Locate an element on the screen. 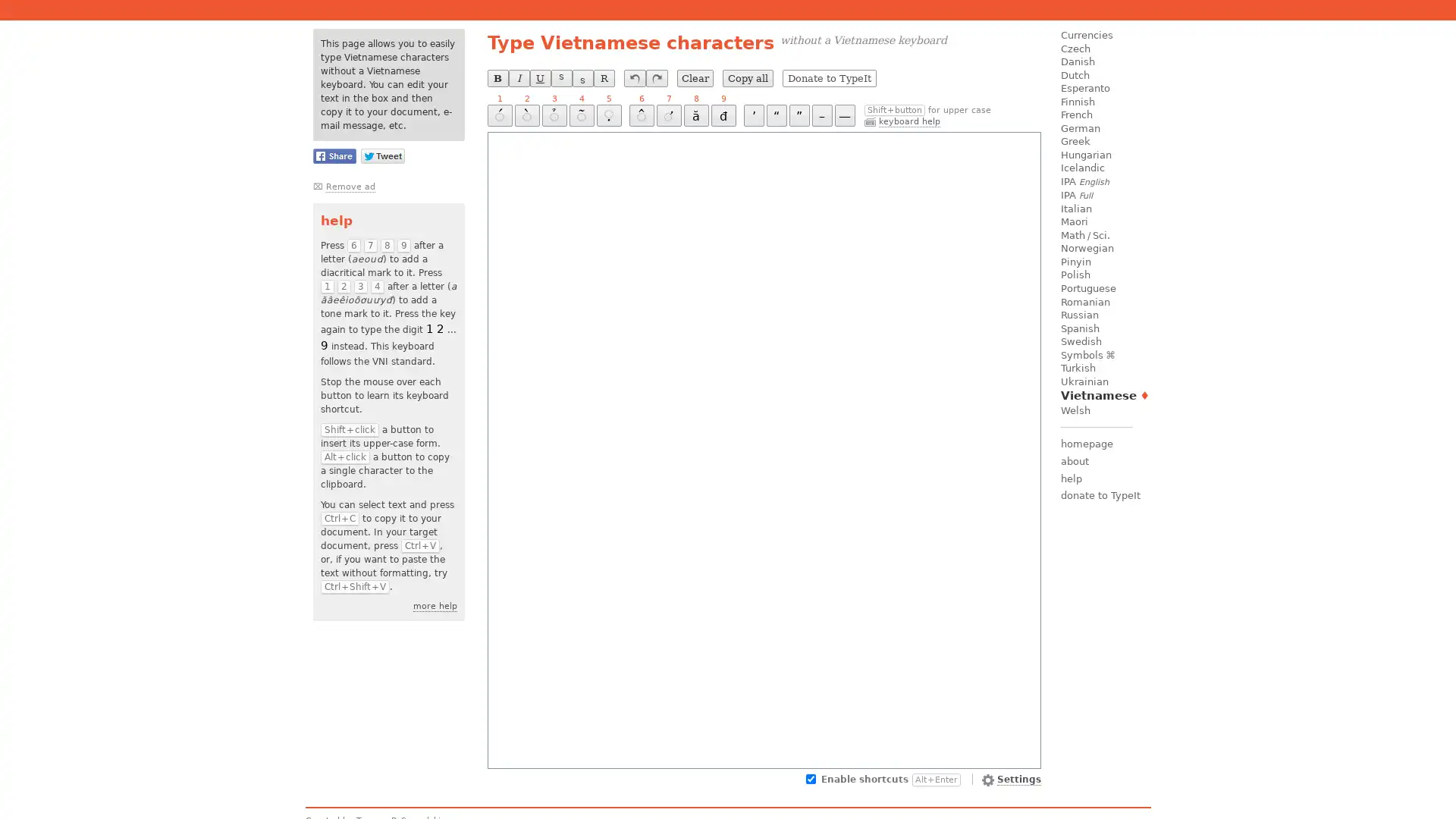 This screenshot has width=1456, height=819. 3 is located at coordinates (553, 115).